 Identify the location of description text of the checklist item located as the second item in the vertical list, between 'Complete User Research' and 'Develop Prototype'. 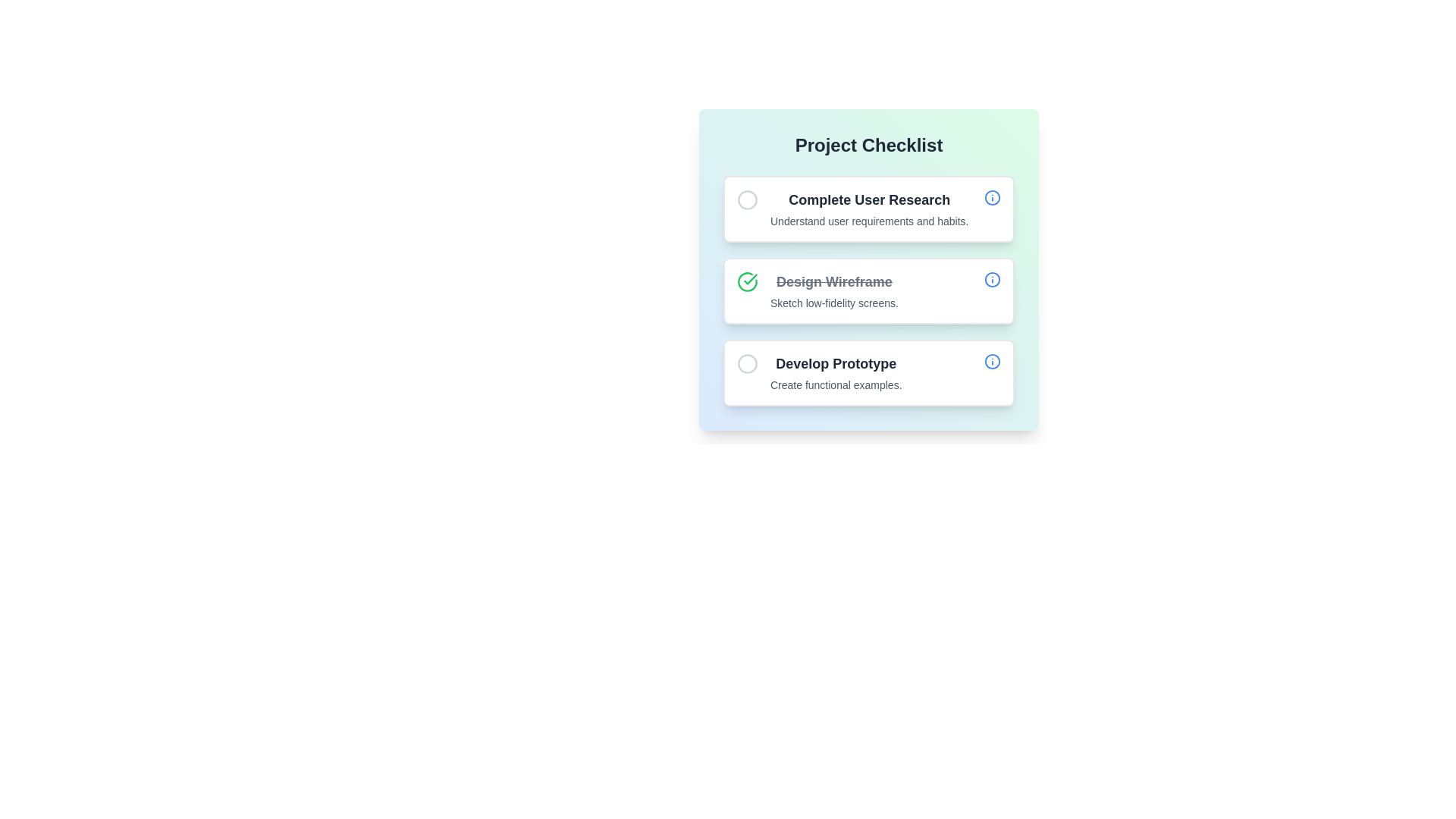
(869, 291).